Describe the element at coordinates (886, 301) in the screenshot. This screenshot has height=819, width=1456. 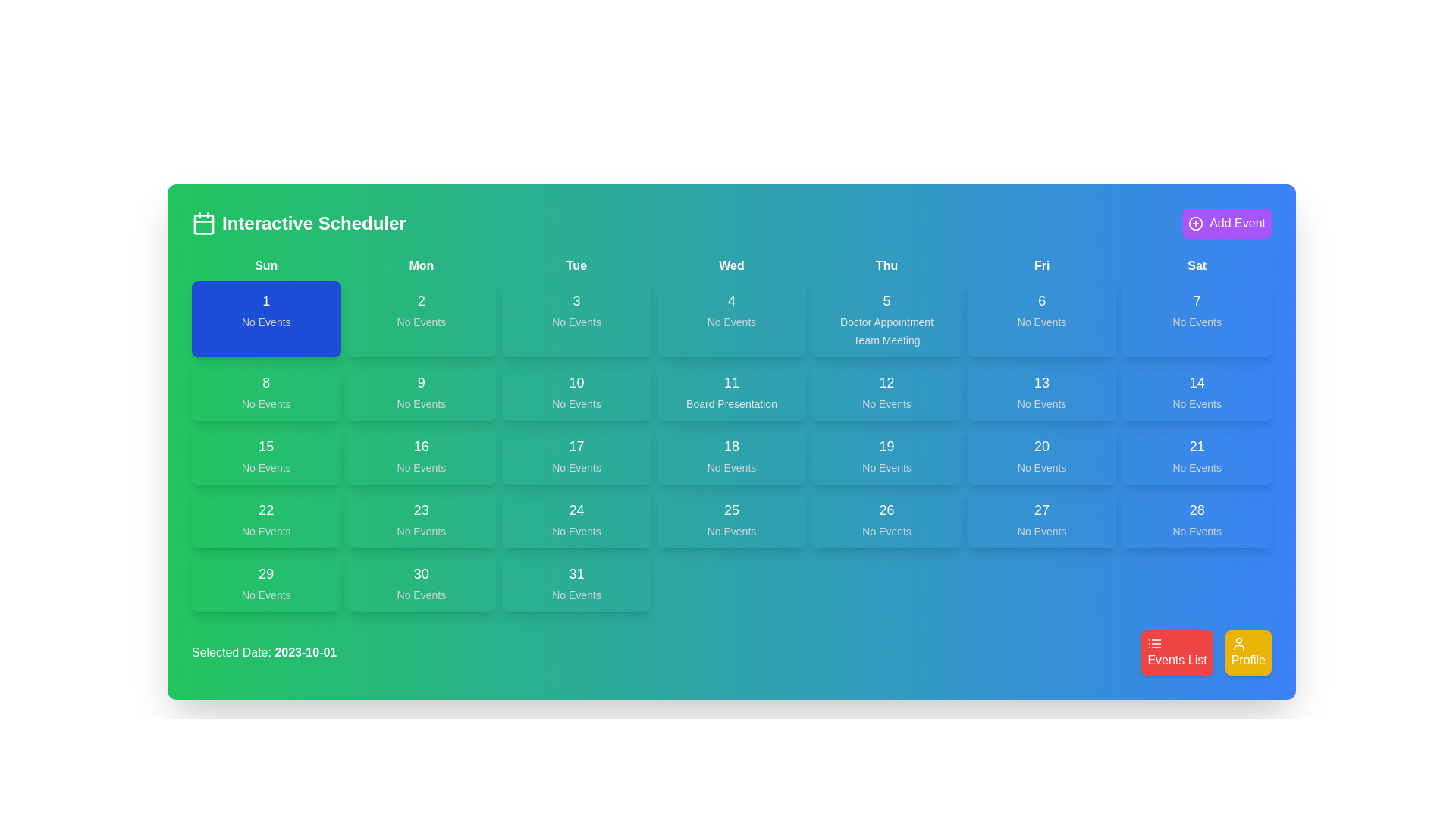
I see `the static text element displaying the number '5' which is prominently styled in white on a gradient blue background, centered at the top of the Thursday calendar day cell` at that location.